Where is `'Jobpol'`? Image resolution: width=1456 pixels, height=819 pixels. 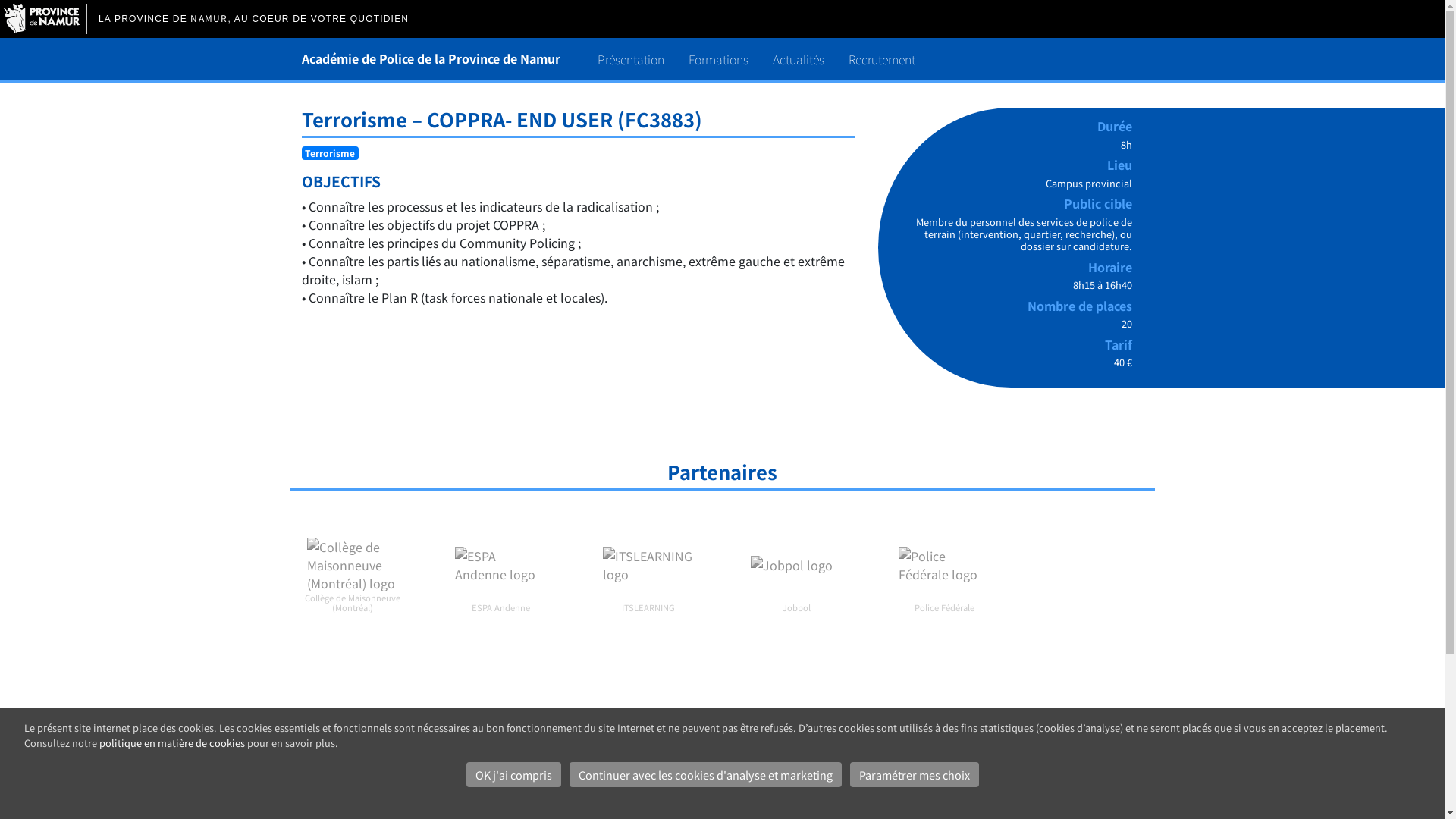 'Jobpol' is located at coordinates (795, 565).